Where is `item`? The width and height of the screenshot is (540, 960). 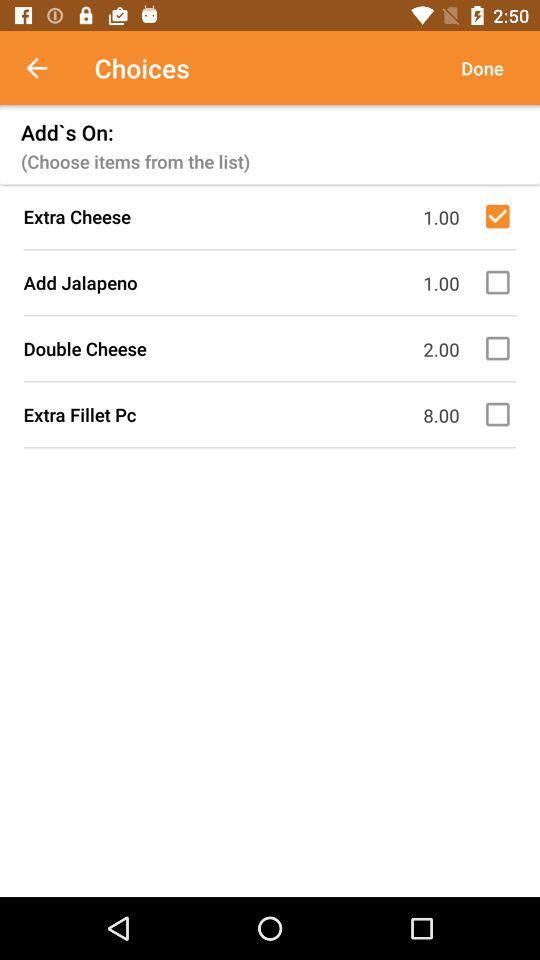
item is located at coordinates (500, 216).